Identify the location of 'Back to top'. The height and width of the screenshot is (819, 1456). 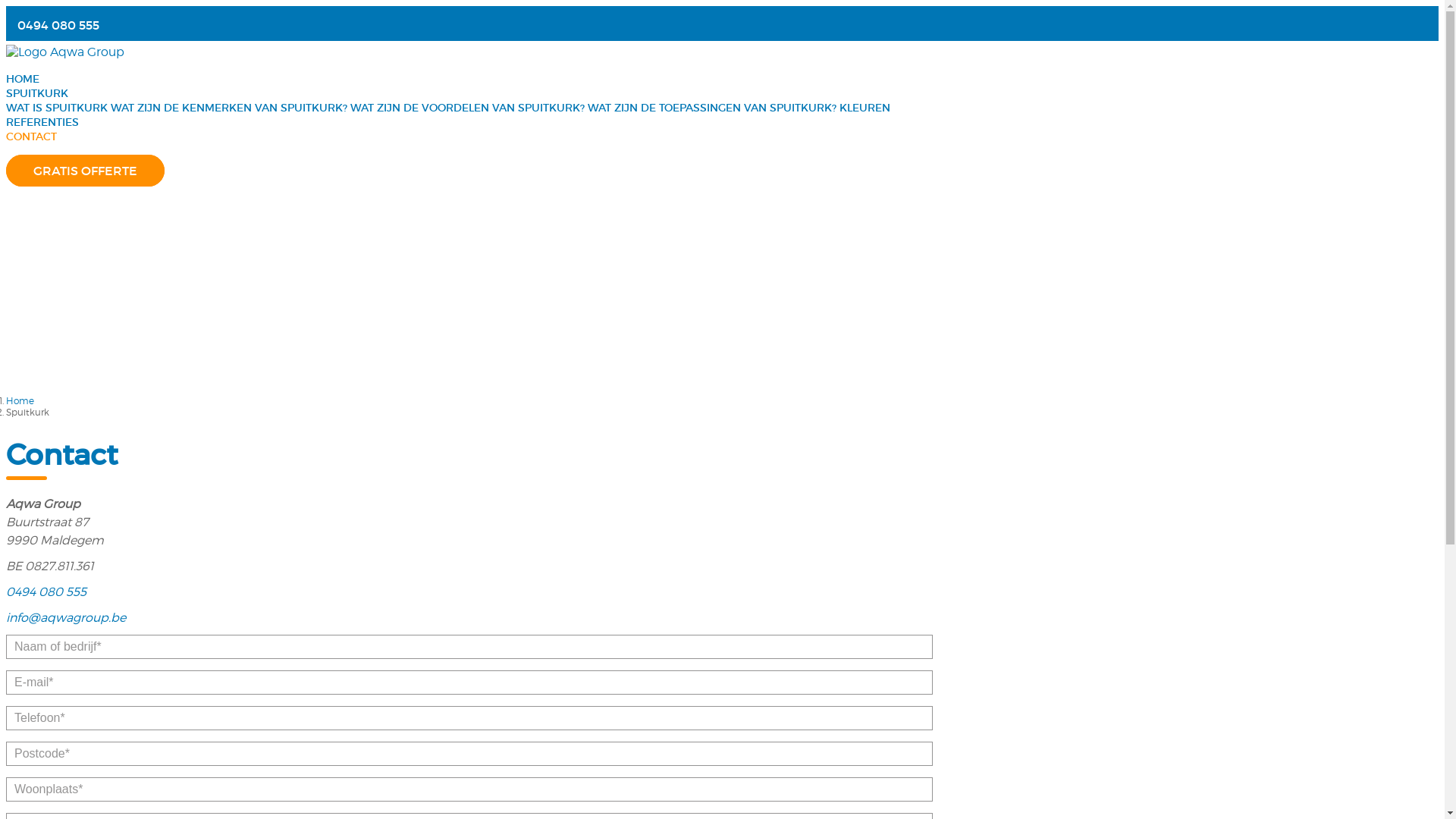
(1397, 758).